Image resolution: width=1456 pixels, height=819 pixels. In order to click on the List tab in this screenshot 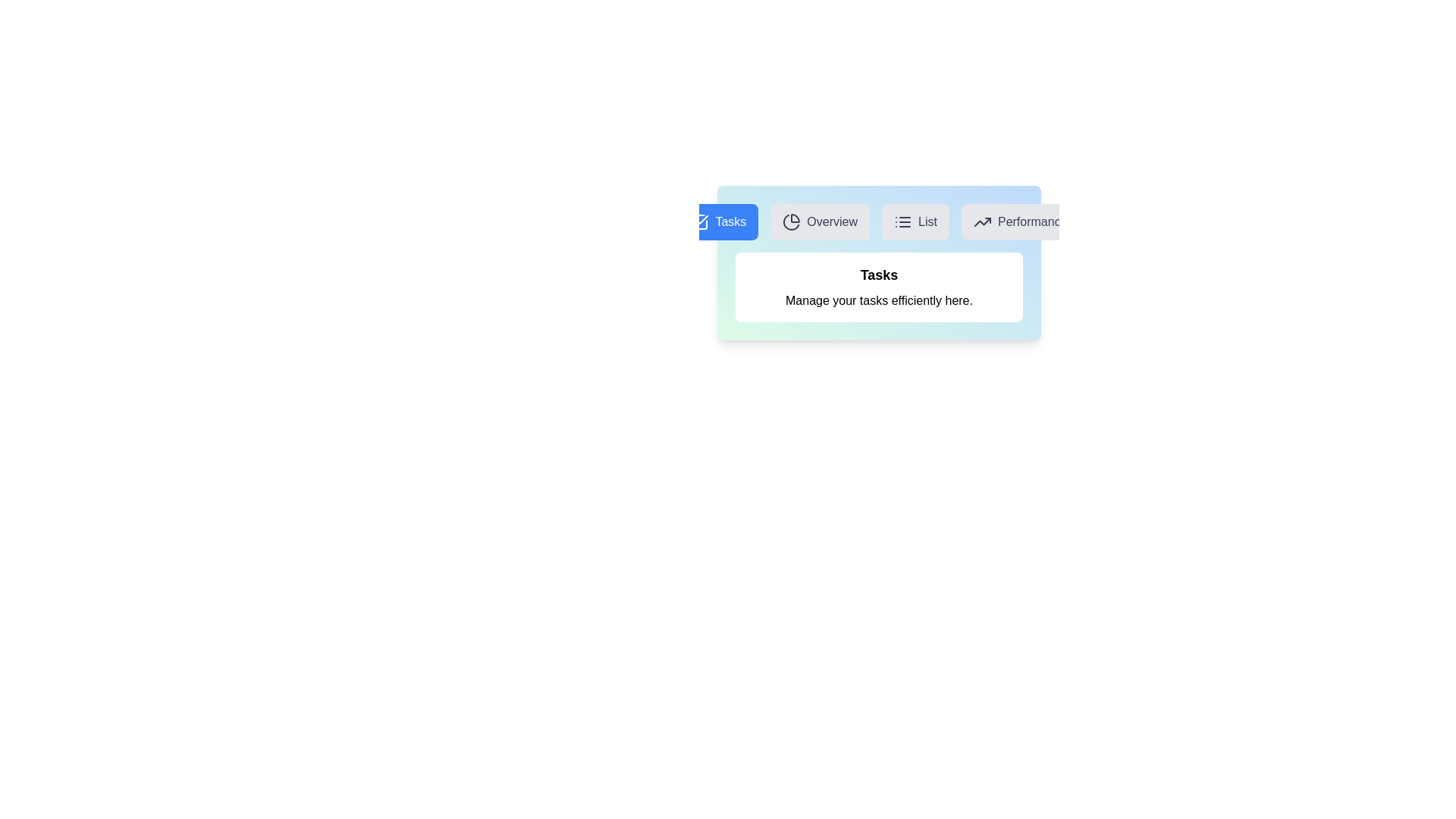, I will do `click(914, 222)`.